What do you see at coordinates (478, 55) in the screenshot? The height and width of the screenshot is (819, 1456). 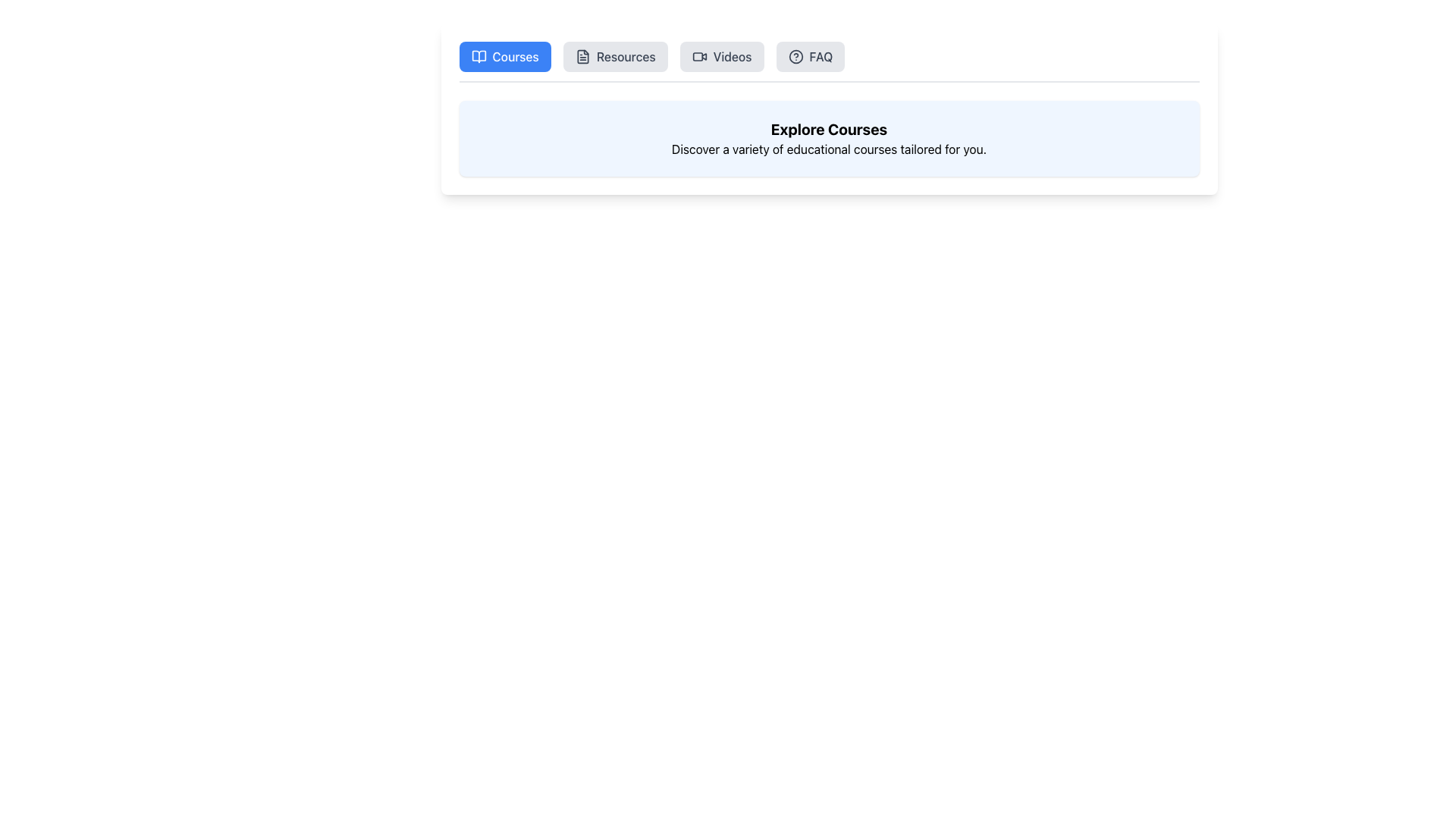 I see `the 'Courses' button, which is represented by an open book icon` at bounding box center [478, 55].